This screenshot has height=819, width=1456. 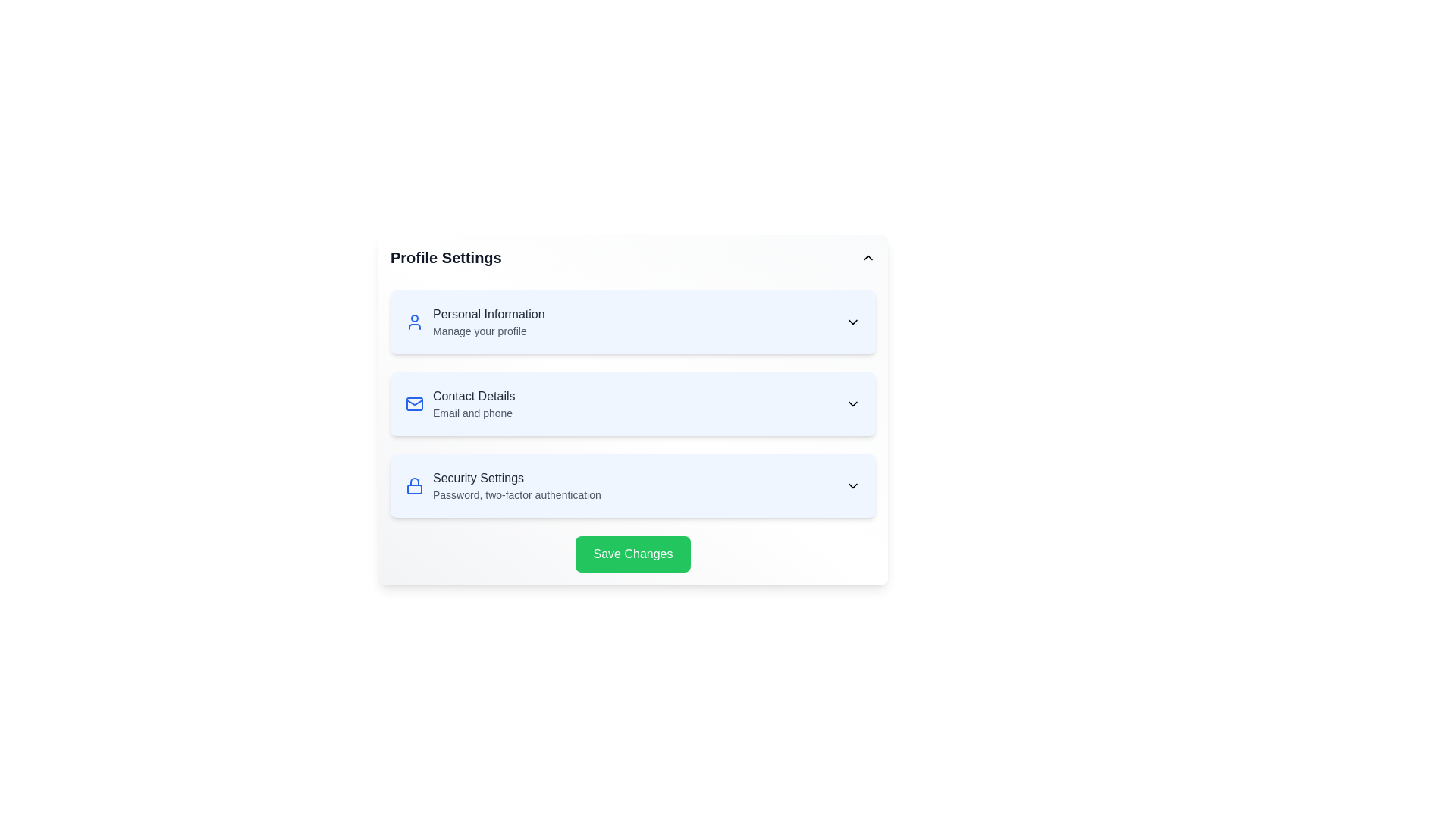 What do you see at coordinates (473, 413) in the screenshot?
I see `the text label displaying 'Email and phone' located in the 'Contact Details' section, which is styled in gray and appears smaller than nearby text` at bounding box center [473, 413].